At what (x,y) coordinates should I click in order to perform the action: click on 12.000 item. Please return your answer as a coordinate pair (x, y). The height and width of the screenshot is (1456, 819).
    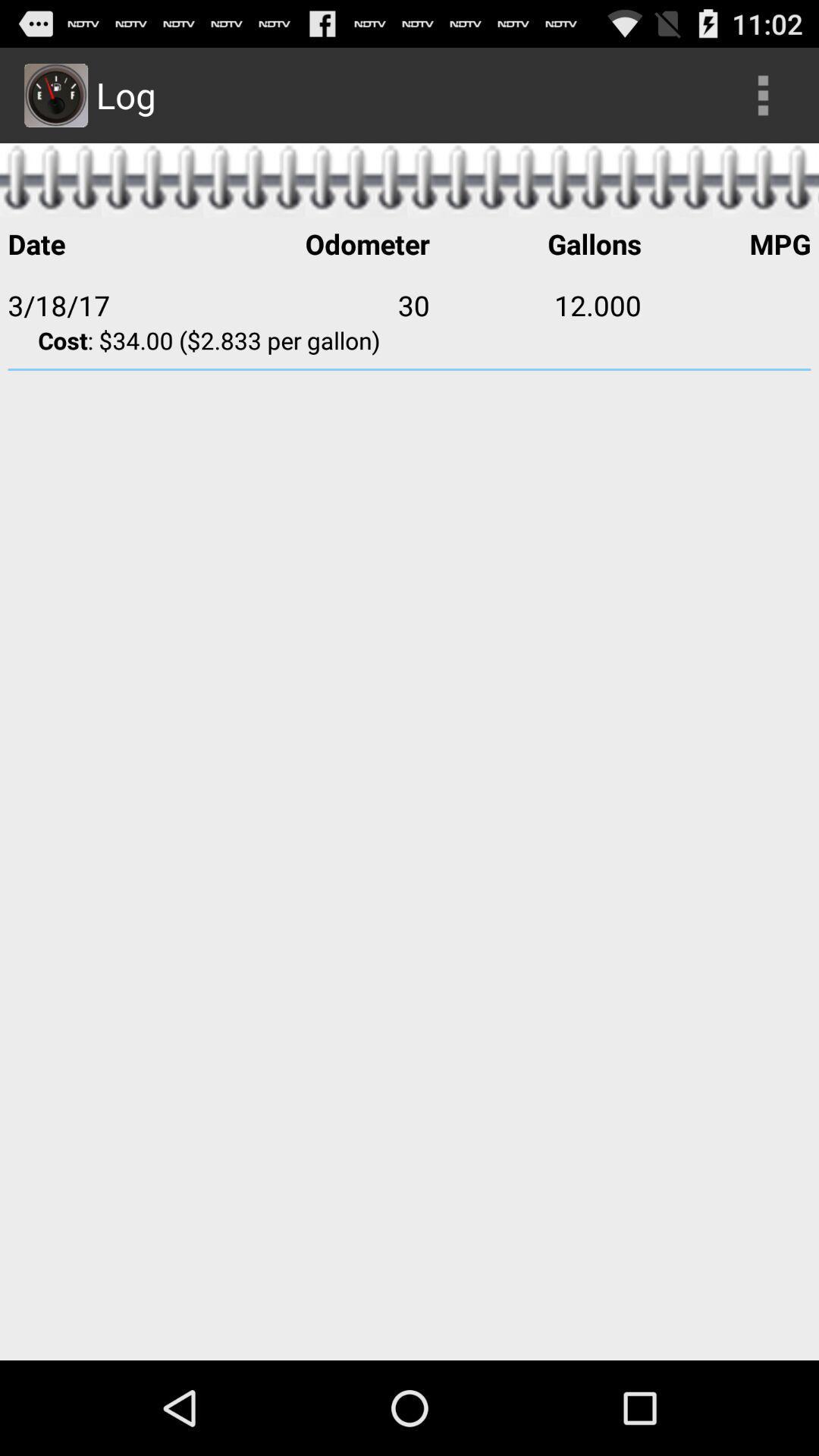
    Looking at the image, I should click on (535, 304).